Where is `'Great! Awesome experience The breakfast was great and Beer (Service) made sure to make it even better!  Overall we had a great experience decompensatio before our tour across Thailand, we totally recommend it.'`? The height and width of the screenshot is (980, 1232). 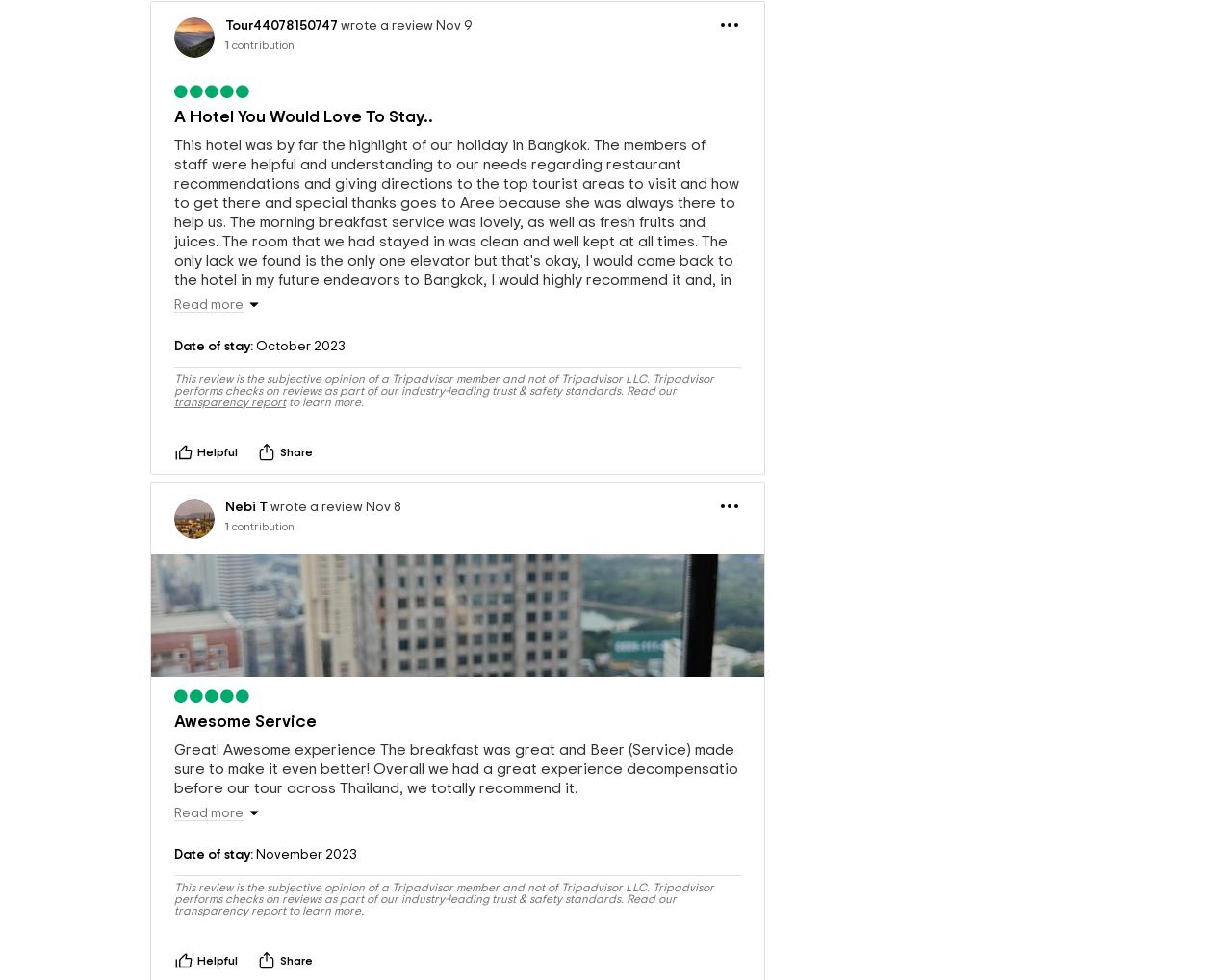
'Great! Awesome experience The breakfast was great and Beer (Service) made sure to make it even better!  Overall we had a great experience decompensatio before our tour across Thailand, we totally recommend it.' is located at coordinates (173, 819).